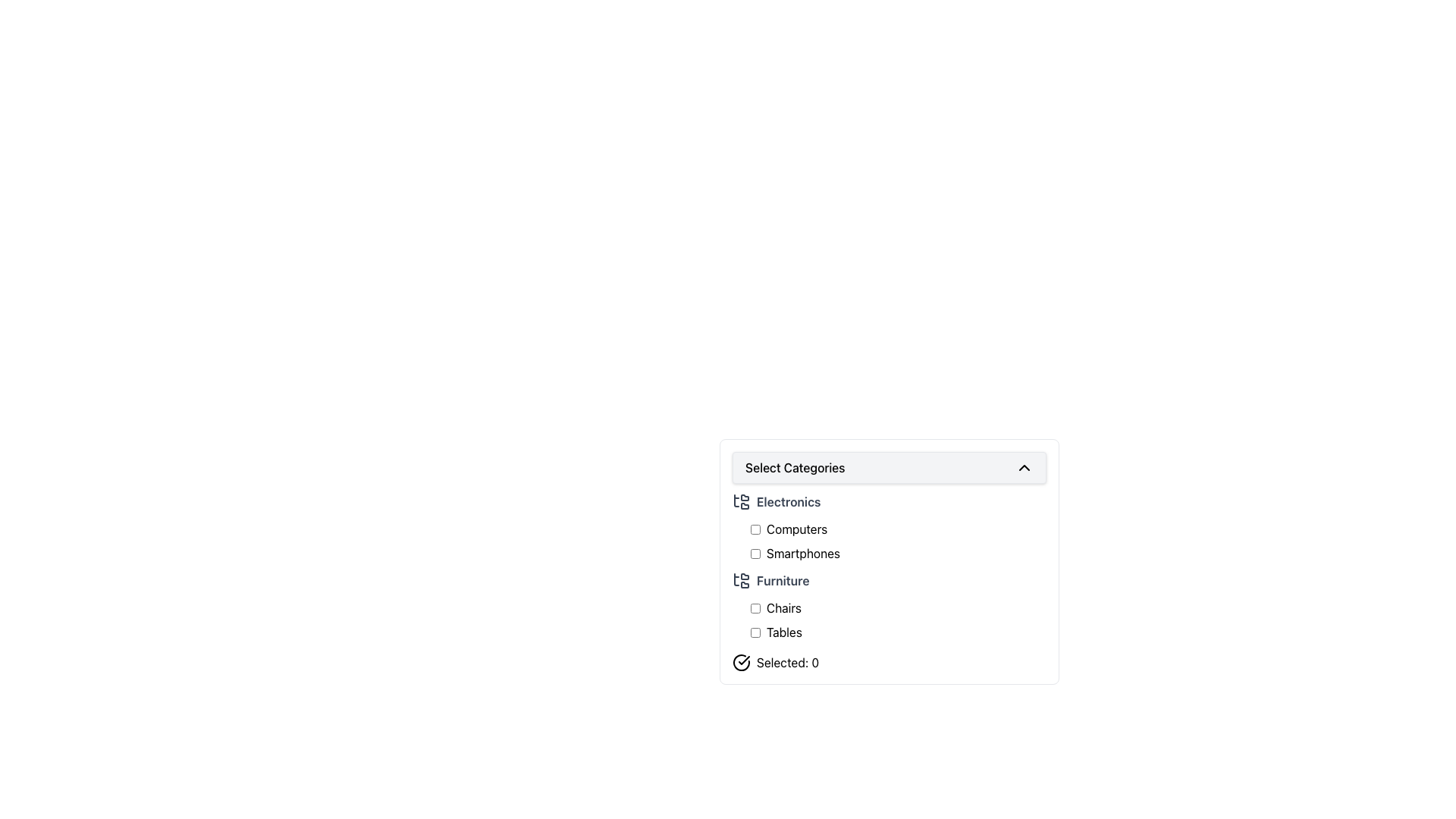 Image resolution: width=1456 pixels, height=819 pixels. I want to click on the checkbox next to the 'Chairs' item in the selectable list under the 'Furniture' category, so click(899, 607).